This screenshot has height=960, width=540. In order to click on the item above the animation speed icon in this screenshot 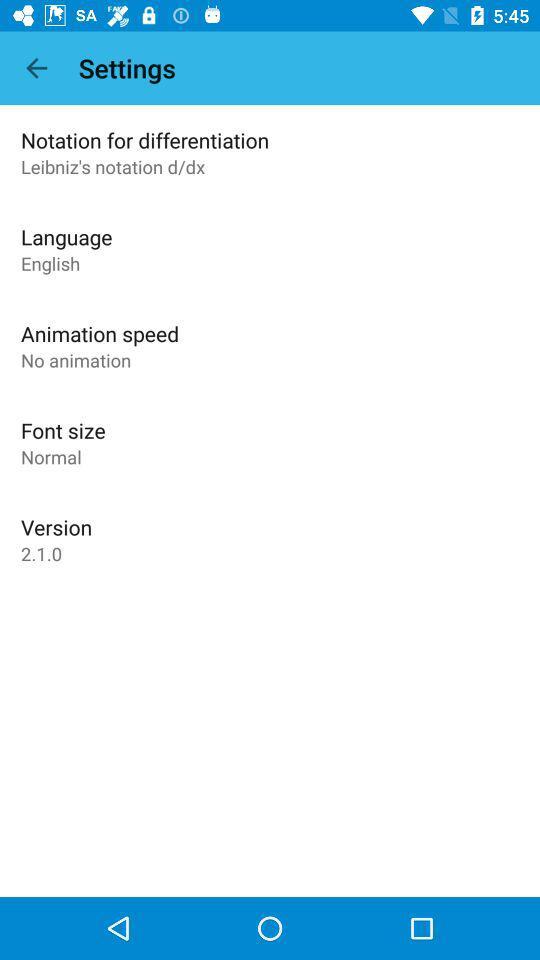, I will do `click(50, 262)`.